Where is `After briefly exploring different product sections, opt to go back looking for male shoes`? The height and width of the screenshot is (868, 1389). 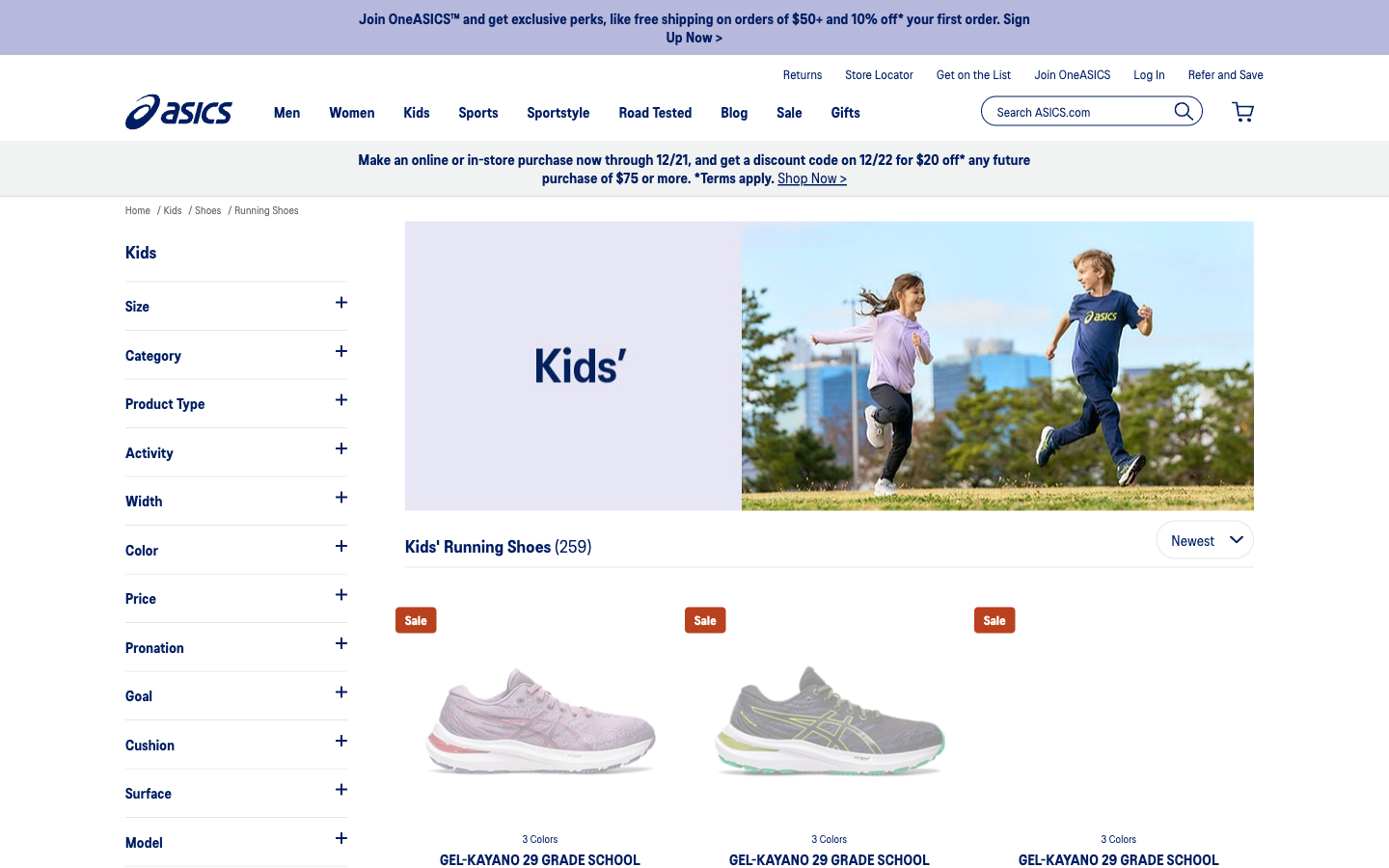
After briefly exploring different product sections, opt to go back looking for male shoes is located at coordinates (234, 354).